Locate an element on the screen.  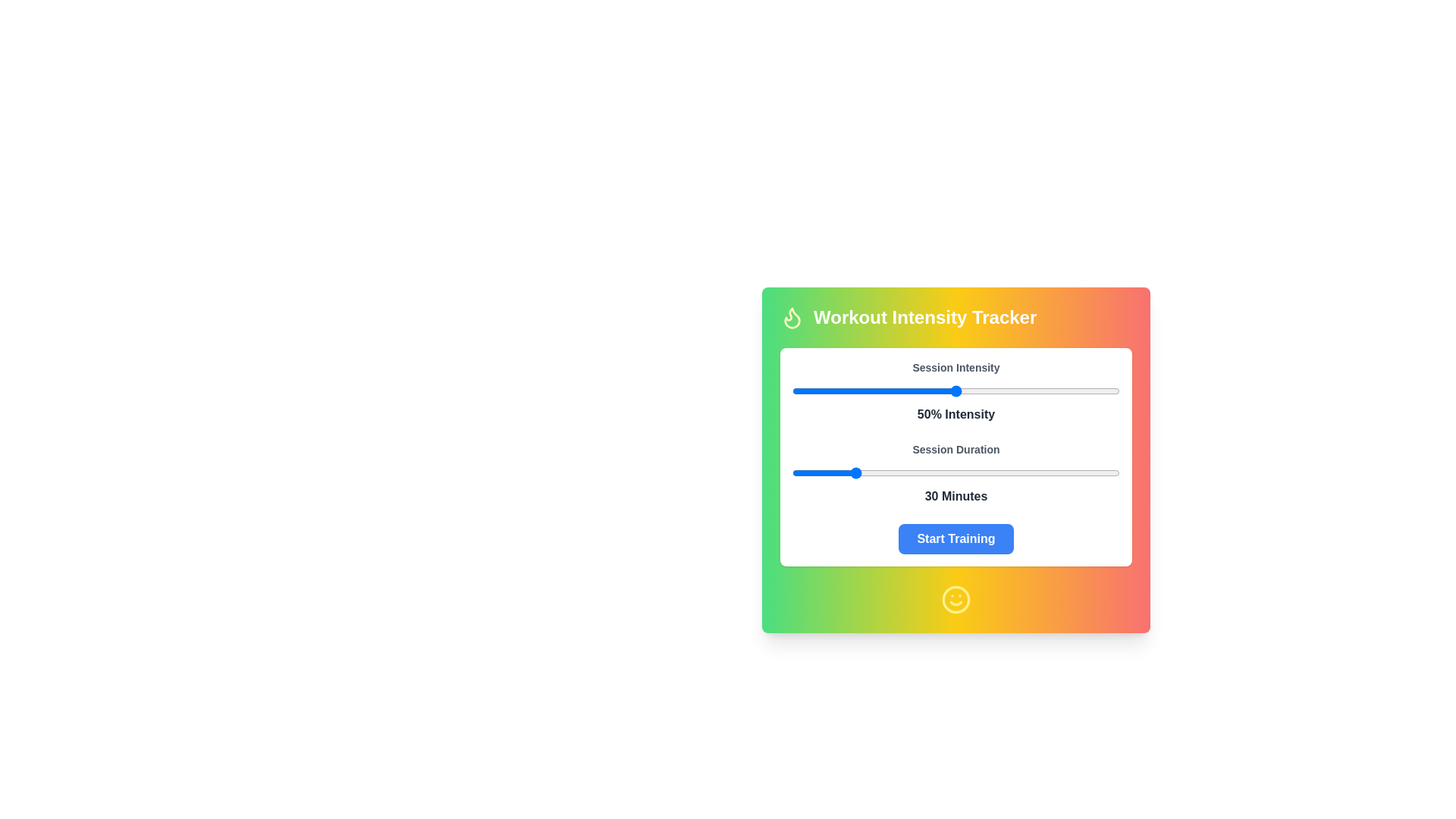
the session duration slider to set the duration to 31 minutes is located at coordinates (855, 472).